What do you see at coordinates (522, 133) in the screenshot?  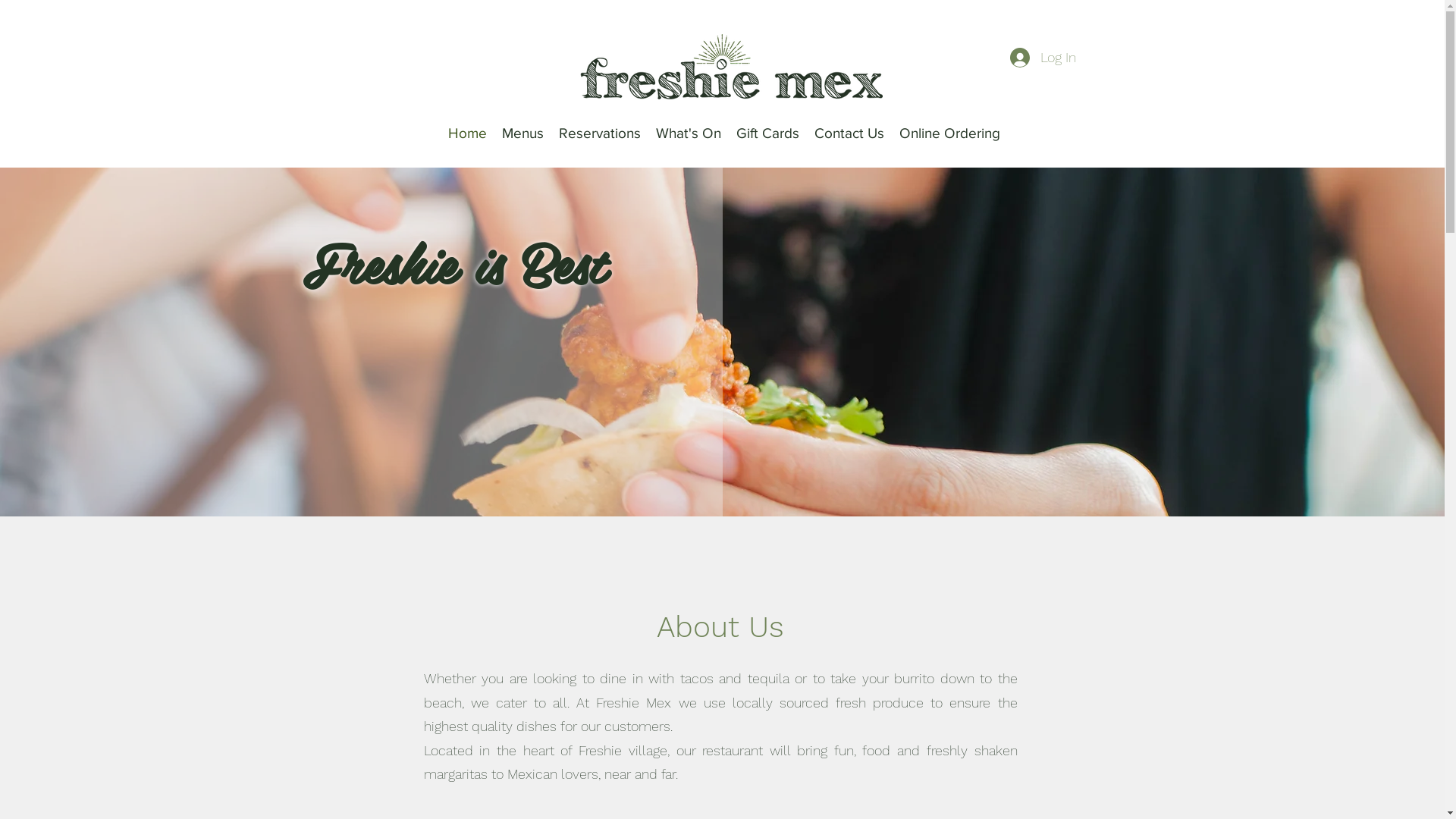 I see `'Menus'` at bounding box center [522, 133].